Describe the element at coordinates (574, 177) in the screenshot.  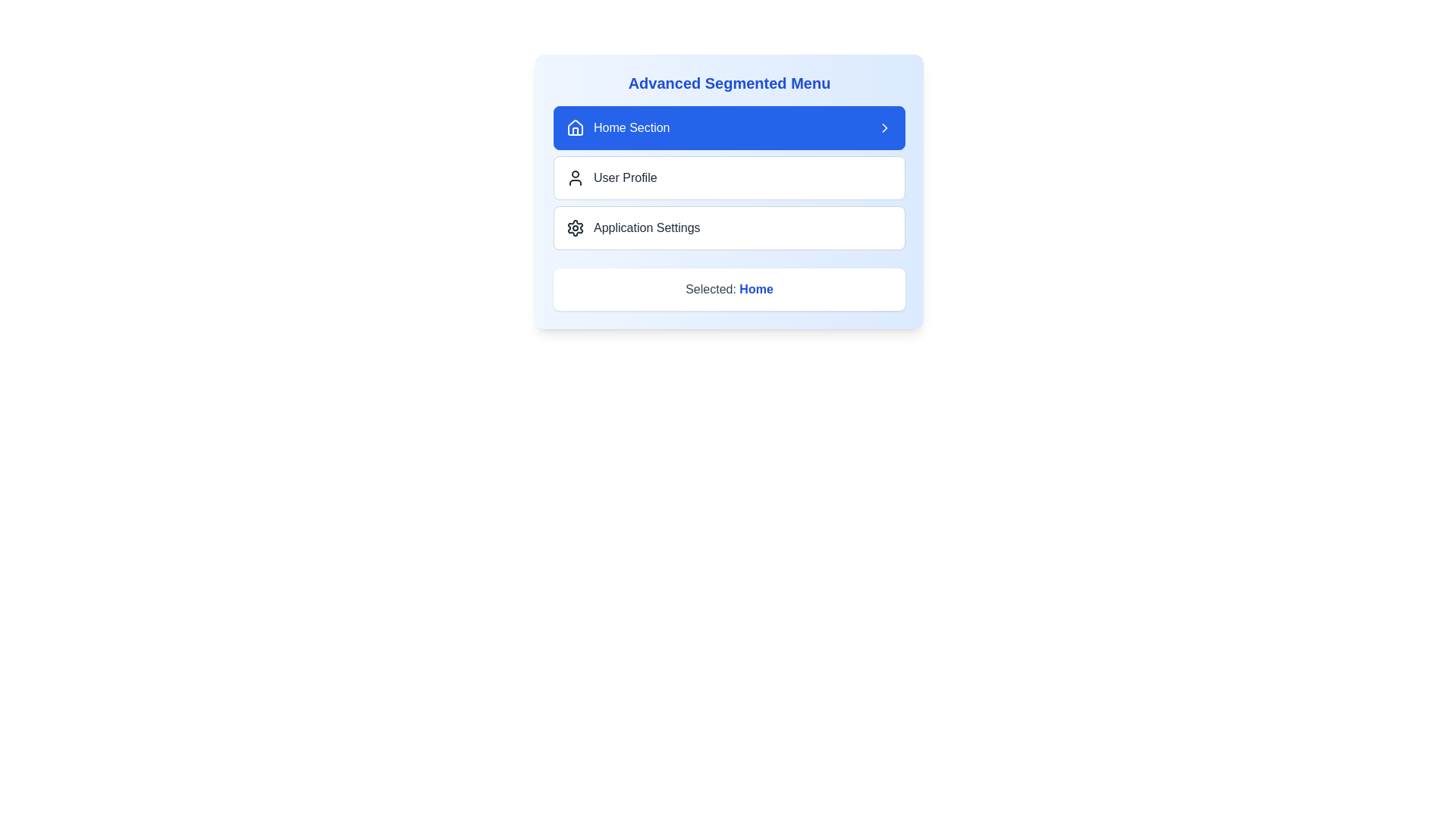
I see `the user silhouette icon located next to the 'User Profile' option in the menu for visual cues` at that location.